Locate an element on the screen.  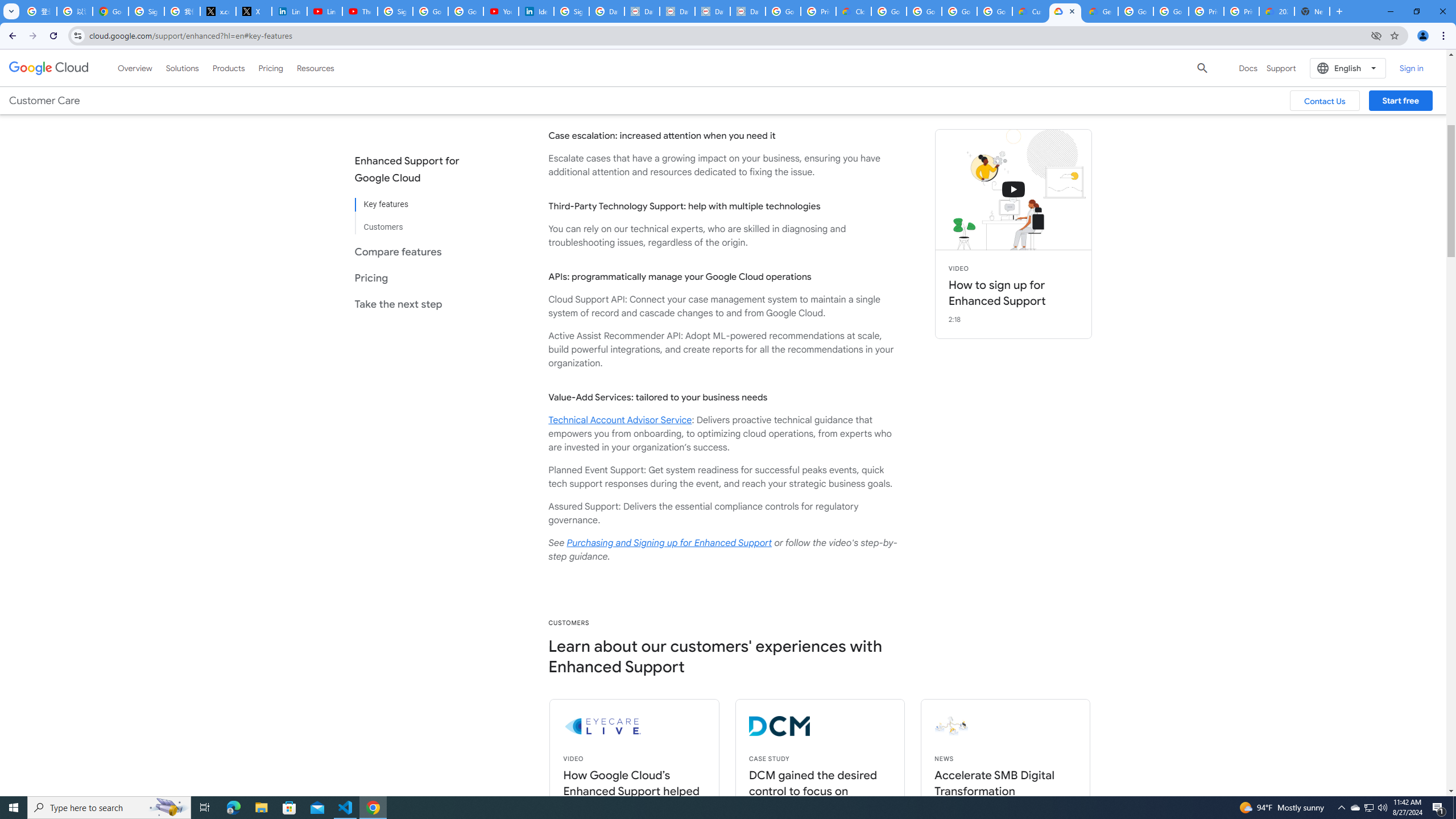
'Google Workspace - Specific Terms' is located at coordinates (959, 11).